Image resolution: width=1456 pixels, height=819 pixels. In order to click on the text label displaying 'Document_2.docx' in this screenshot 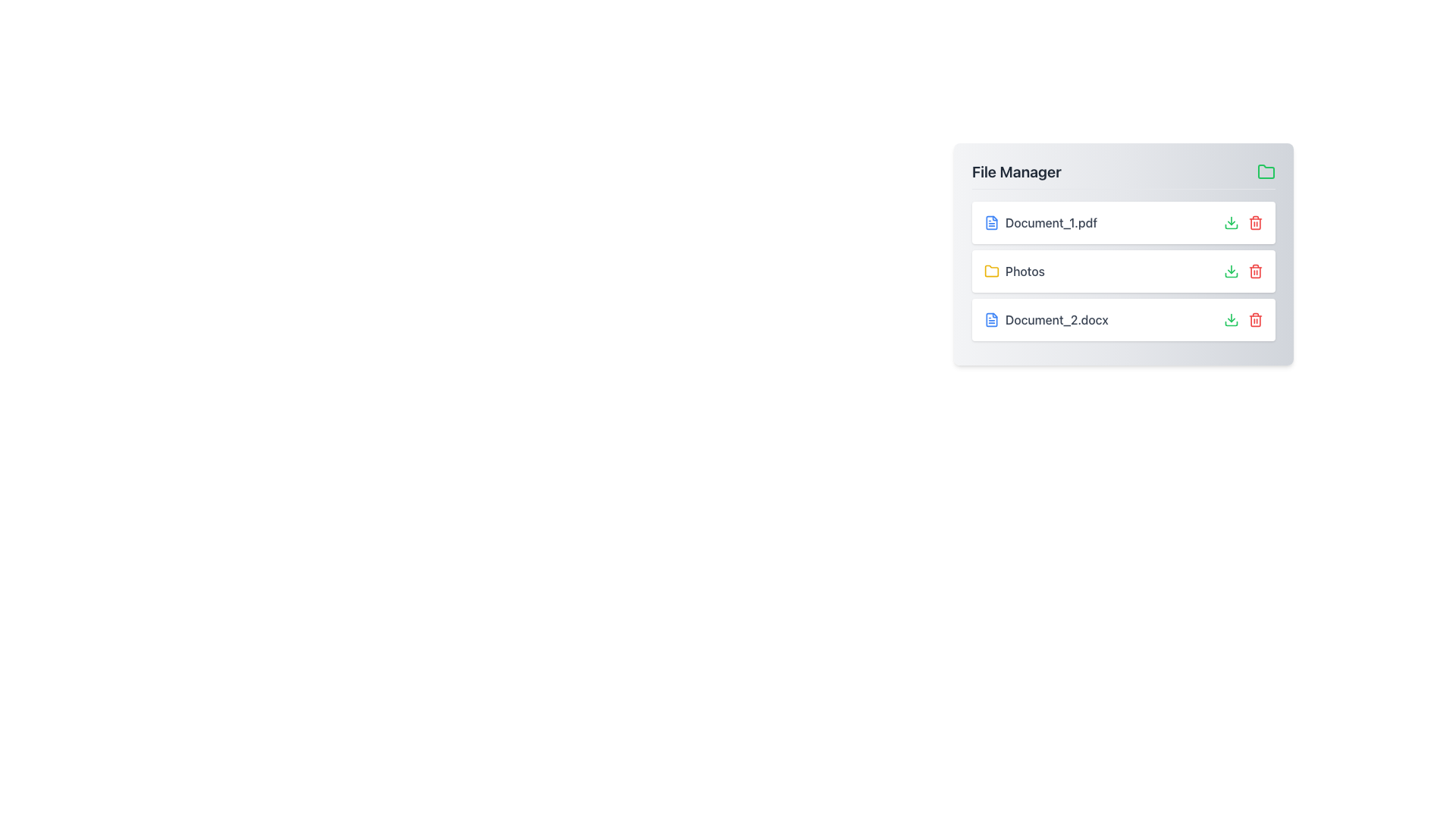, I will do `click(1044, 318)`.